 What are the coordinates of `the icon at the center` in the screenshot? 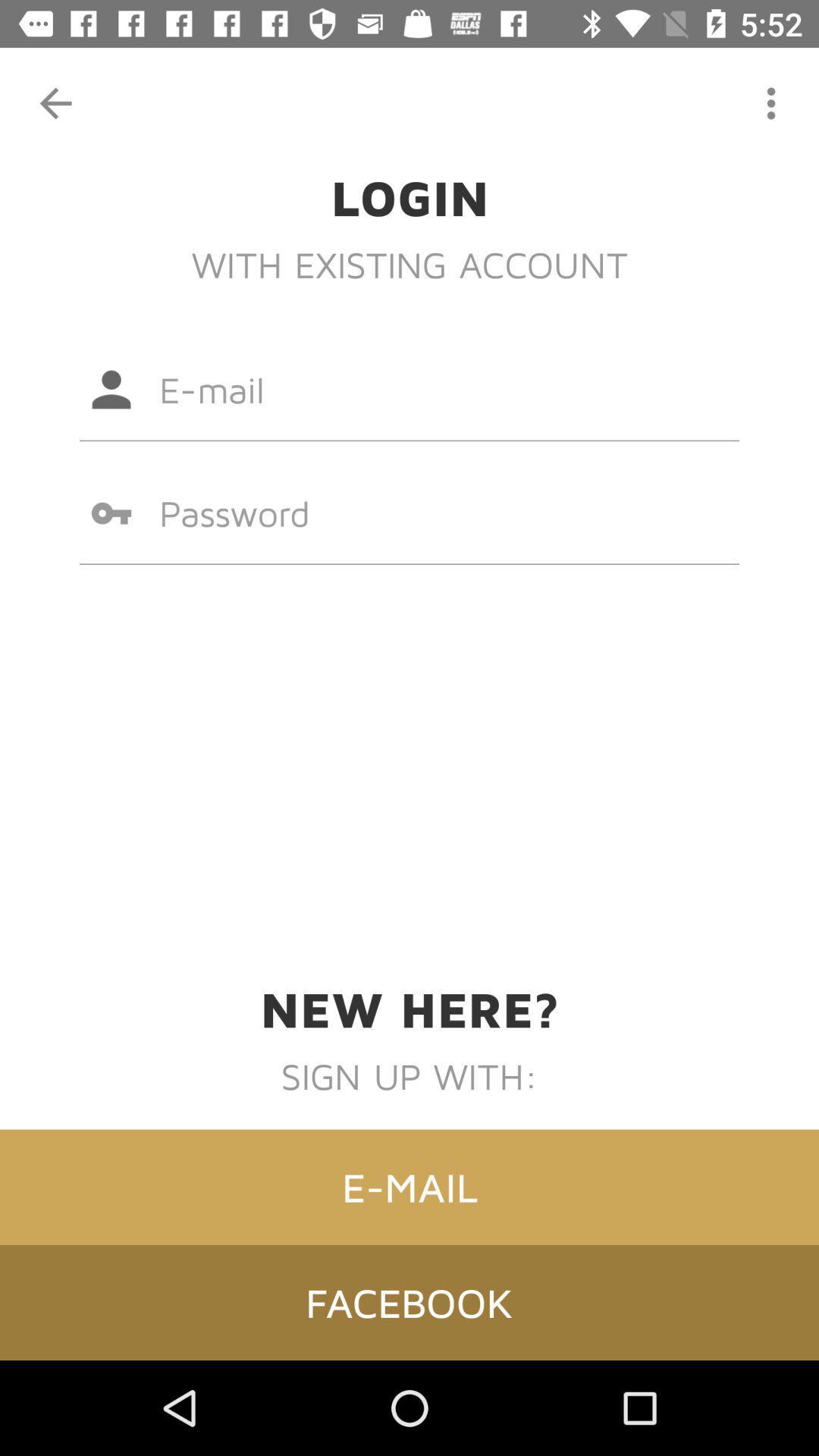 It's located at (409, 513).